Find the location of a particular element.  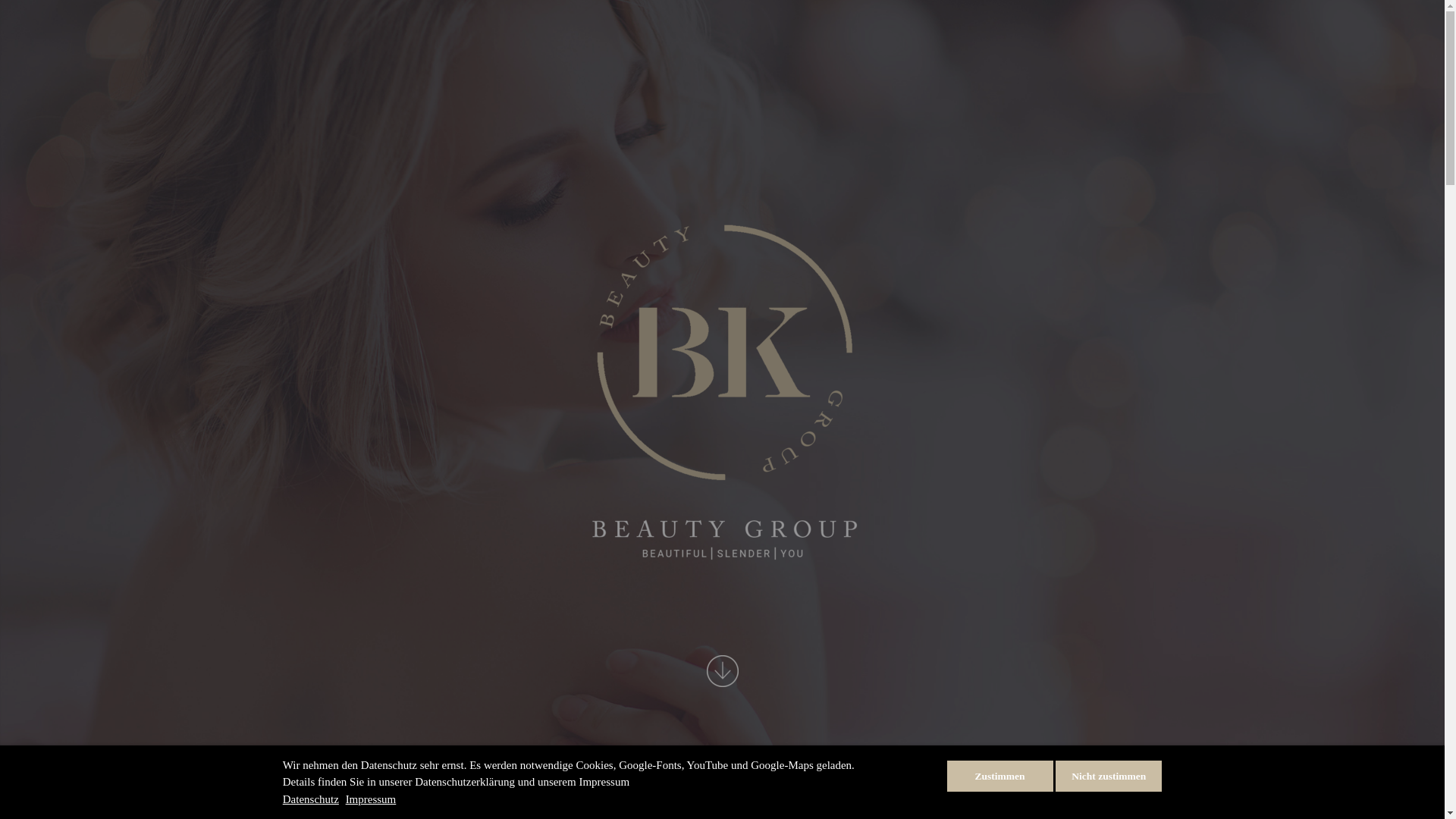

'PFLEGEPRODUKTE' is located at coordinates (920, 488).